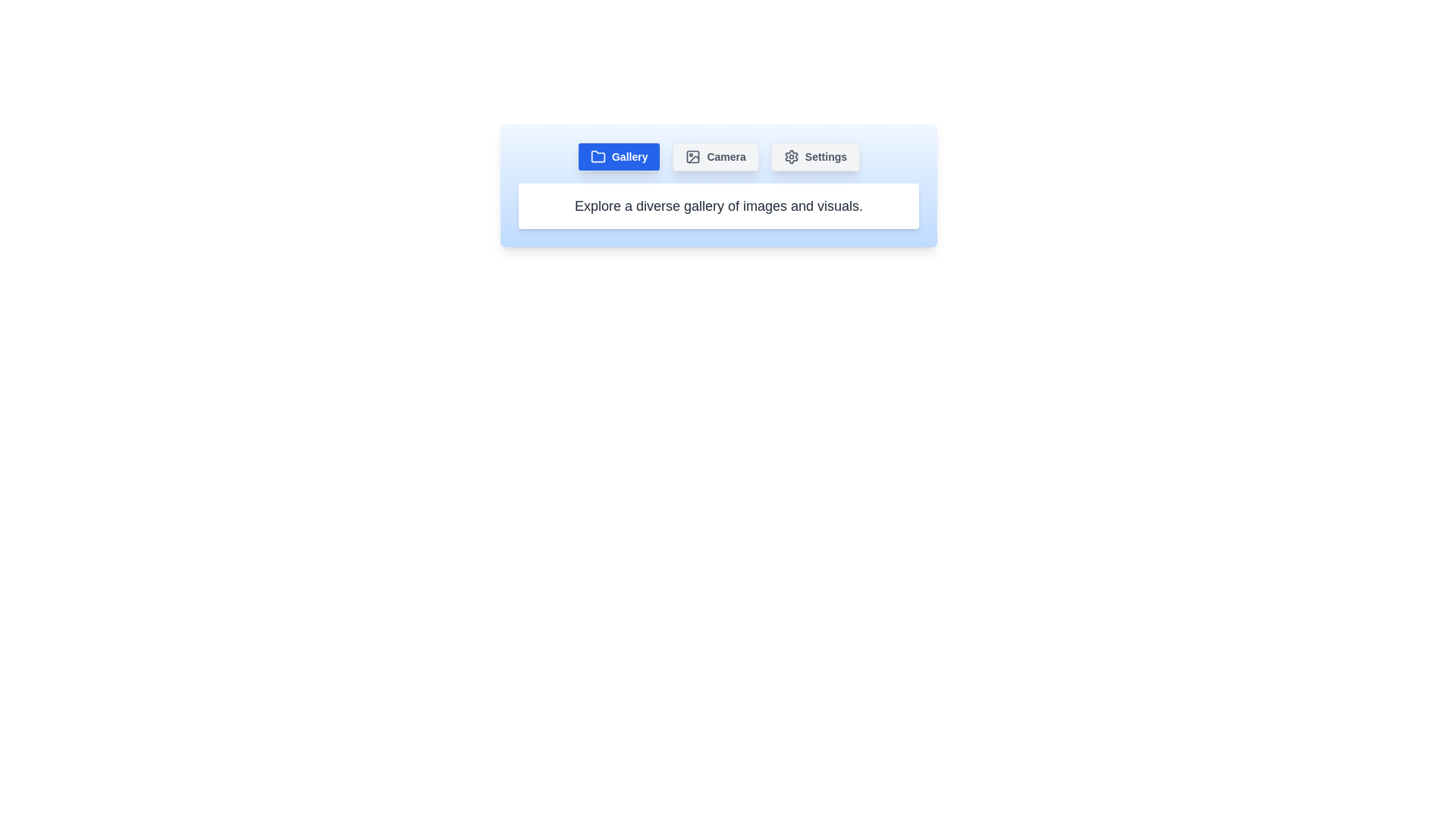  I want to click on the main rectangular base of the camera icon, which is represented as a rounded rectangle within the SVG graphic, so click(692, 157).